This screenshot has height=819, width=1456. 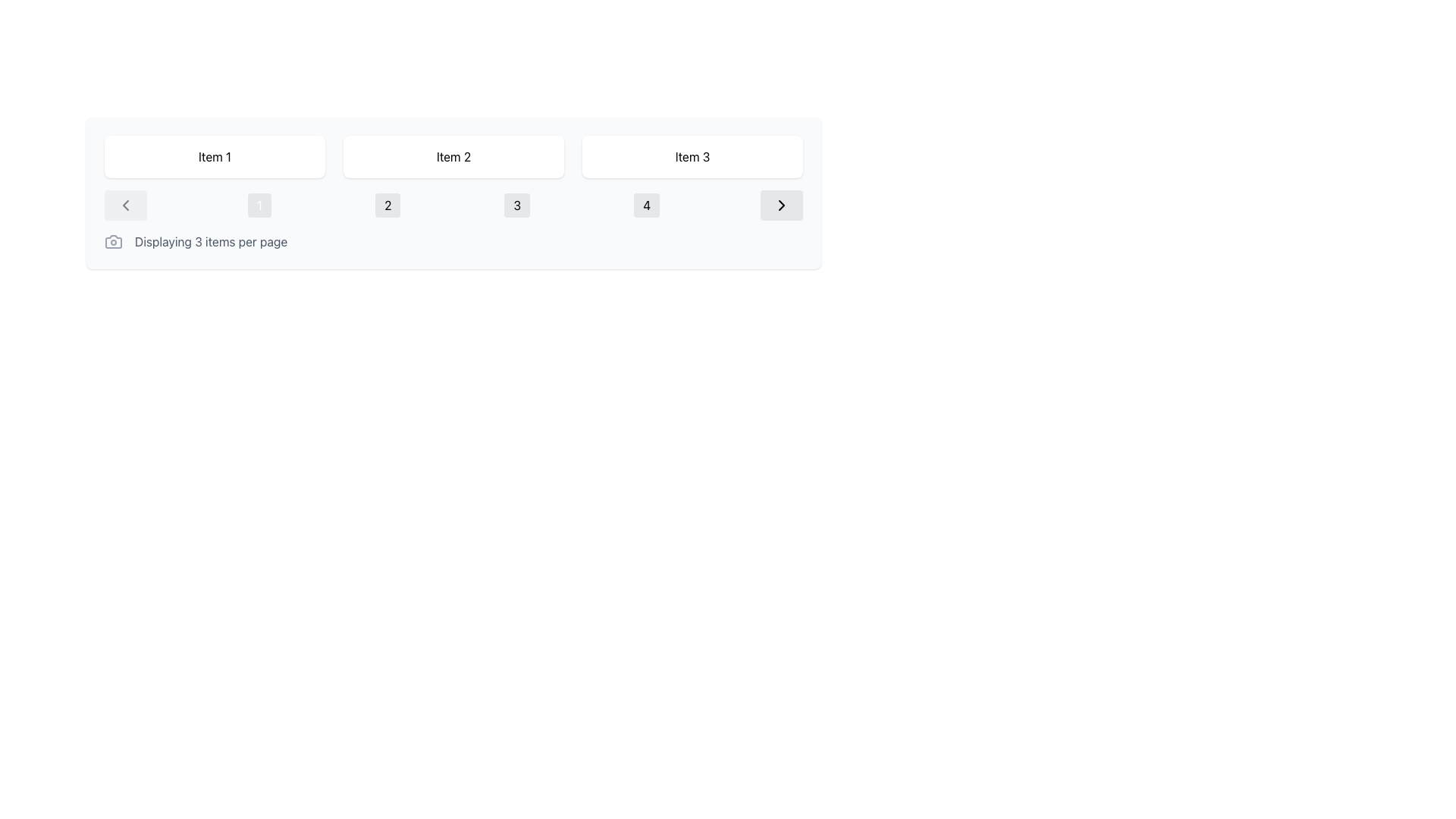 What do you see at coordinates (126, 205) in the screenshot?
I see `the left chevron arrow icon located in the pagination section` at bounding box center [126, 205].